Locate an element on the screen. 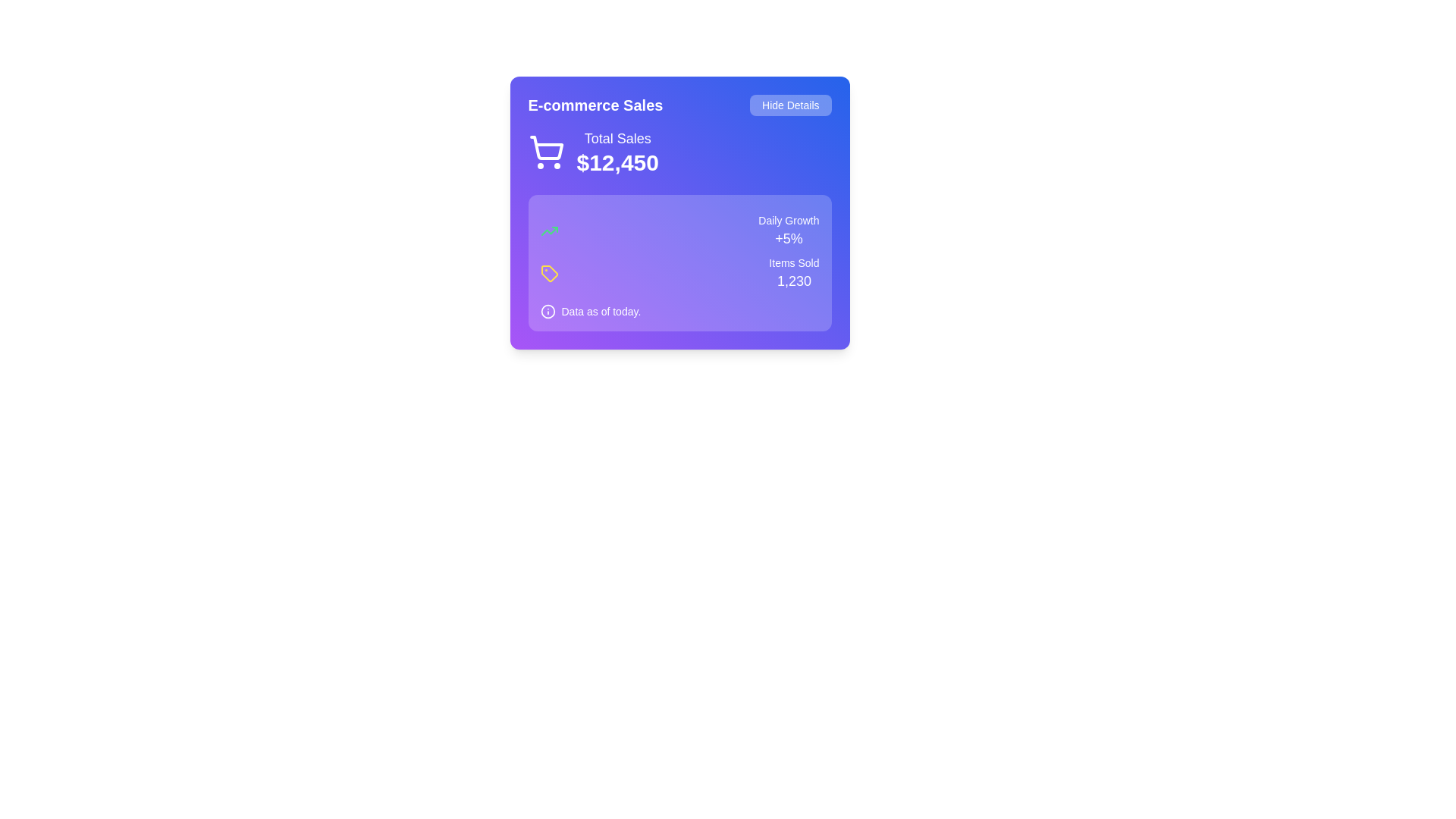 Image resolution: width=1456 pixels, height=819 pixels. the text label displaying '1,230' in large bold white font, located under 'Items Sold' and to the right of a growth metrics box is located at coordinates (793, 281).